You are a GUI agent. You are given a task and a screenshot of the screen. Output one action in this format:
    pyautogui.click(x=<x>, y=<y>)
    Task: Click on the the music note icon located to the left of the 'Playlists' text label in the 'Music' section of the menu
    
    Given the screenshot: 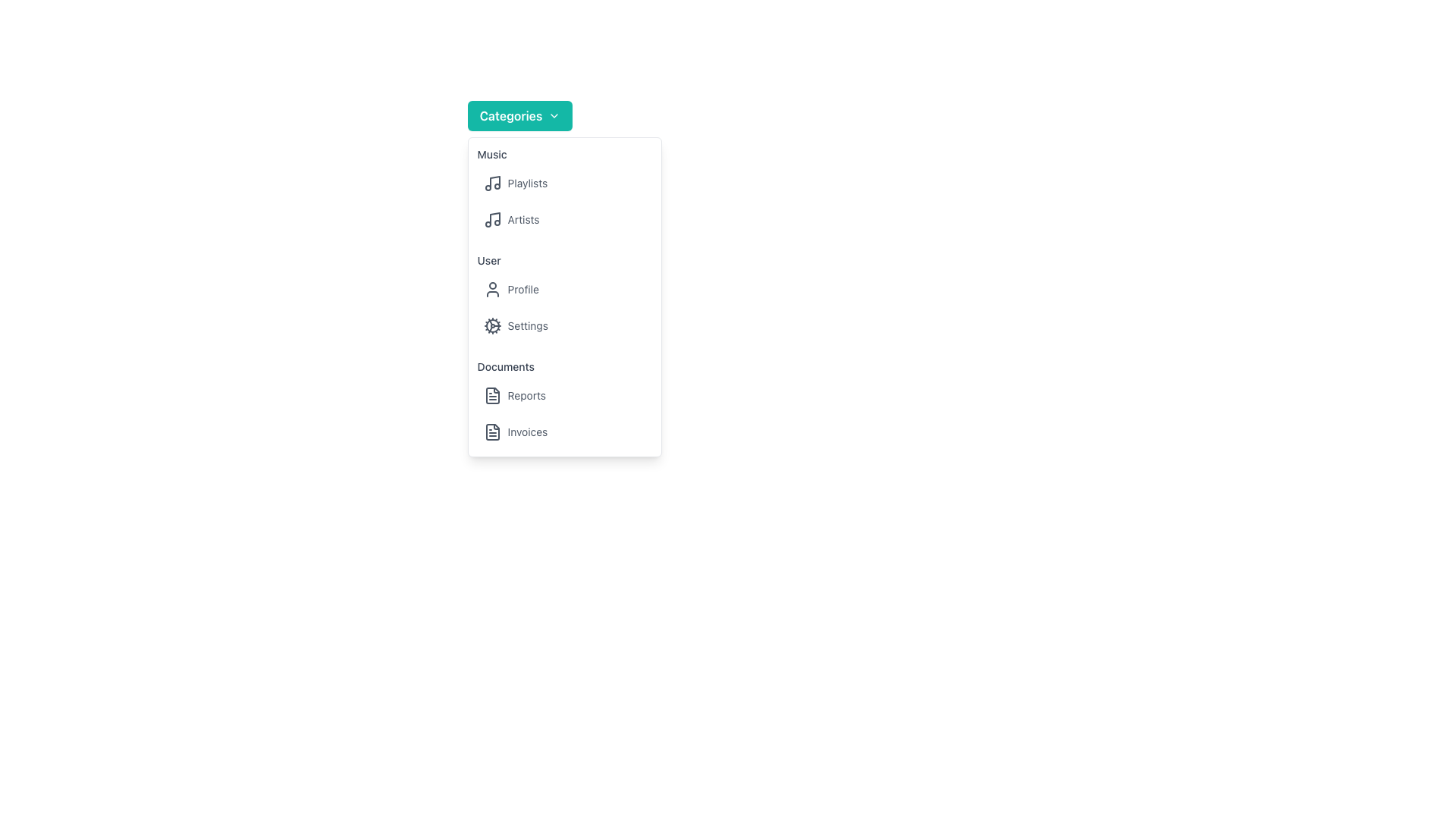 What is the action you would take?
    pyautogui.click(x=492, y=183)
    